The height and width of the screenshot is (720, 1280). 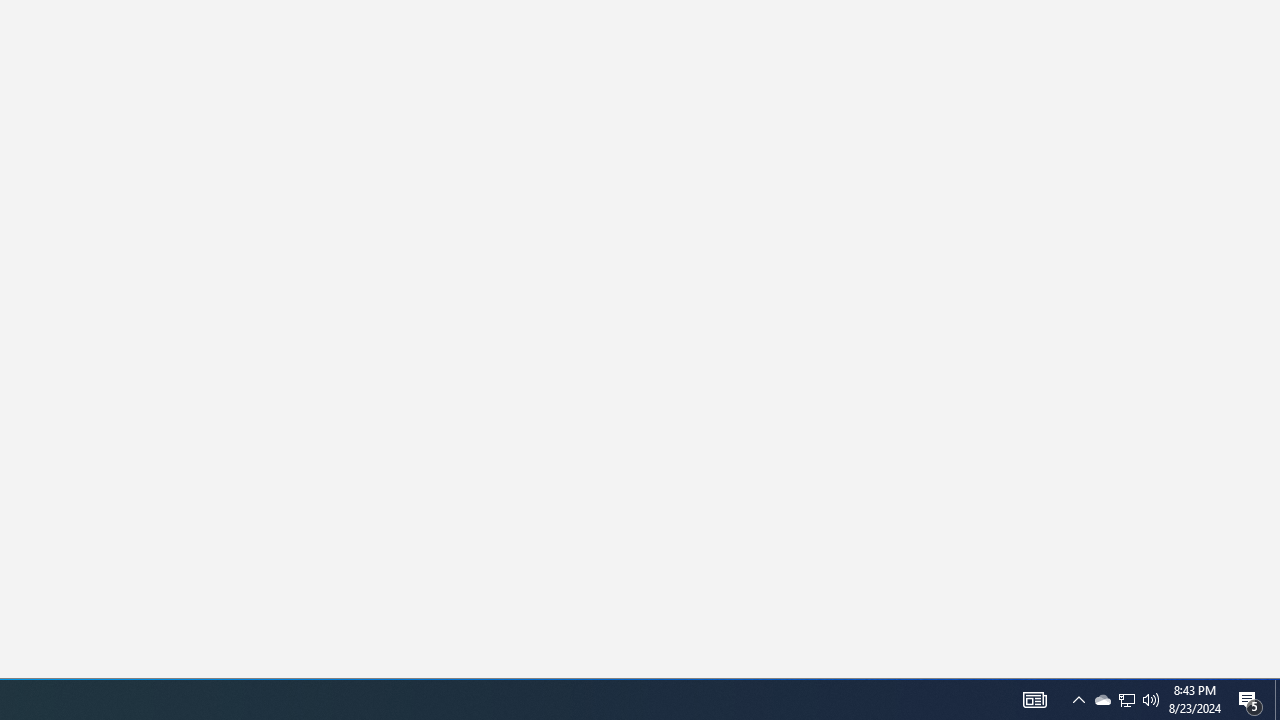 What do you see at coordinates (1127, 698) in the screenshot?
I see `'Notification Chevron'` at bounding box center [1127, 698].